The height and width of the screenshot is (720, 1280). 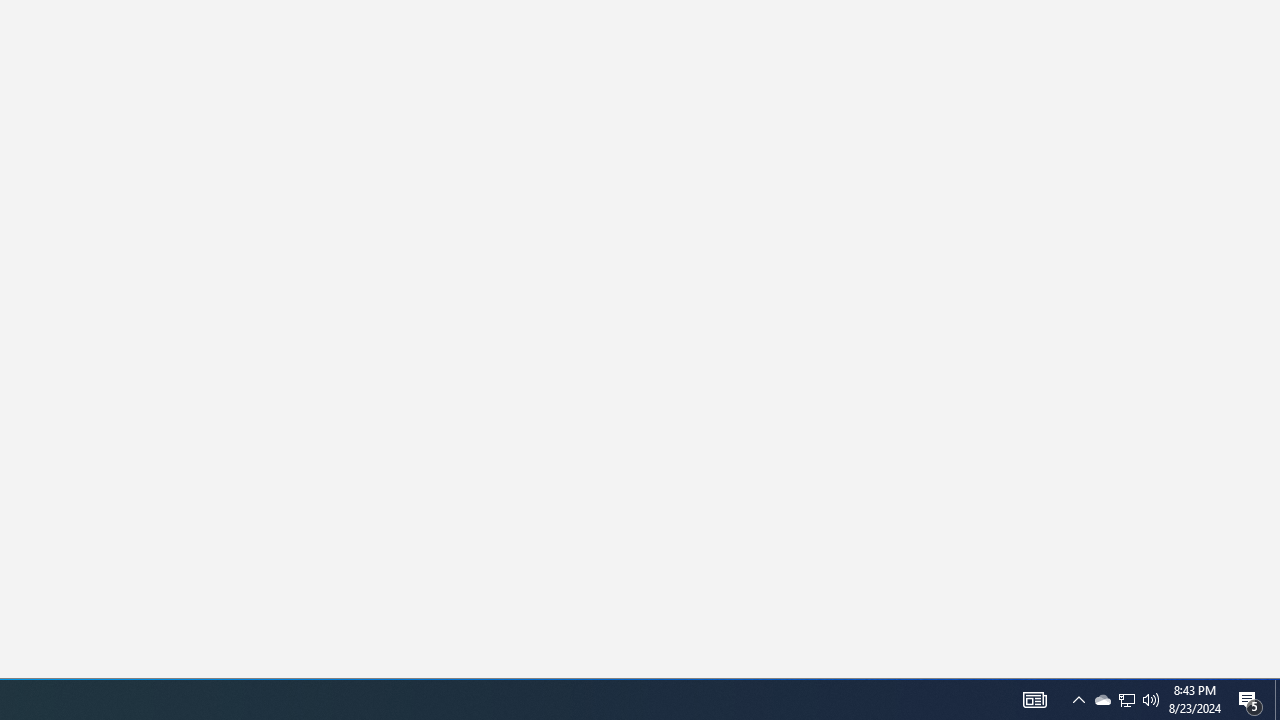 What do you see at coordinates (1127, 698) in the screenshot?
I see `'Notification Chevron'` at bounding box center [1127, 698].